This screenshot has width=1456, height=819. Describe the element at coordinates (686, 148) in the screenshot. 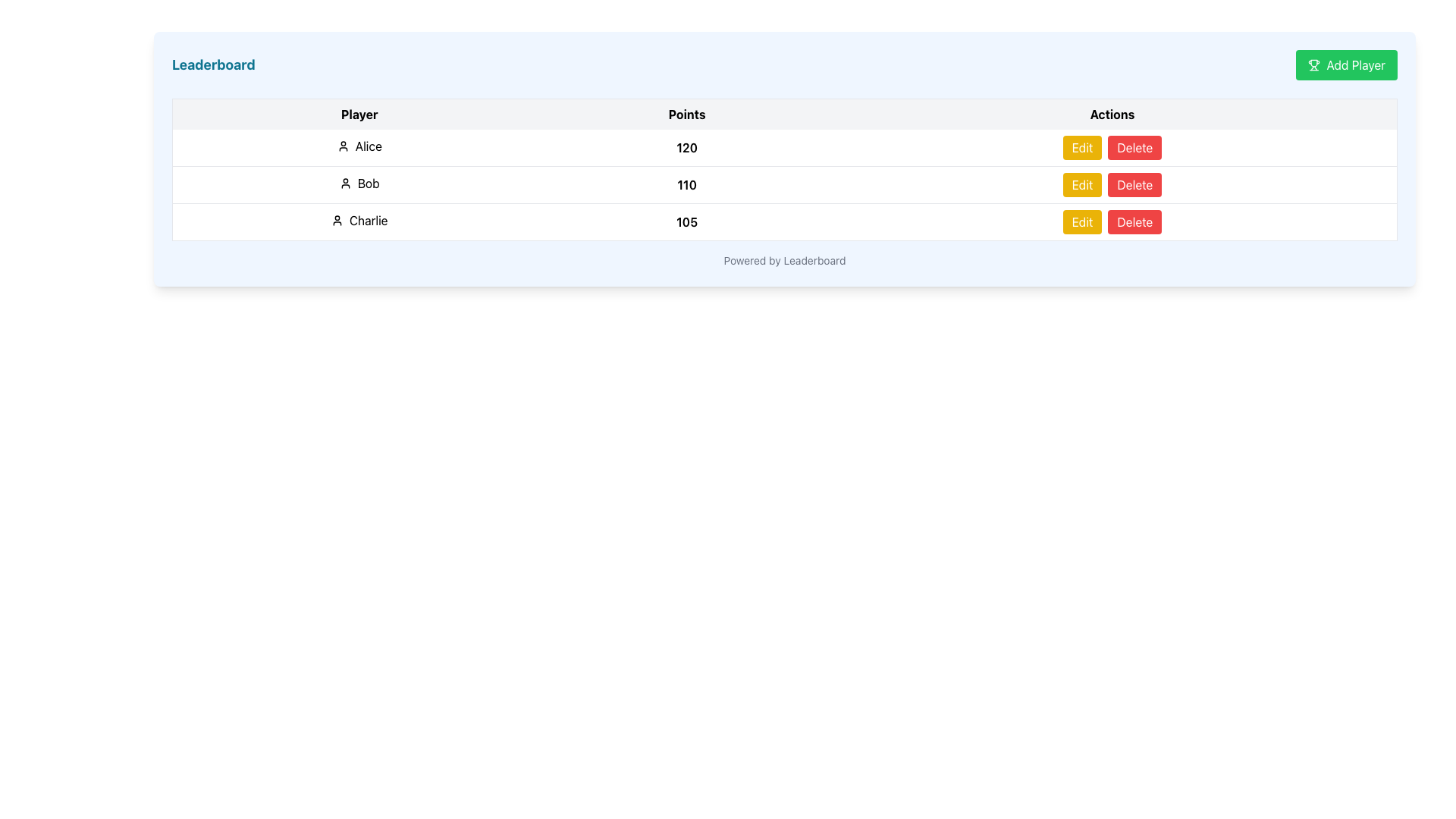

I see `the text display field that shows the numeric score for user 'Alice' in the leaderboard, located in the 'Points' column of the first row` at that location.